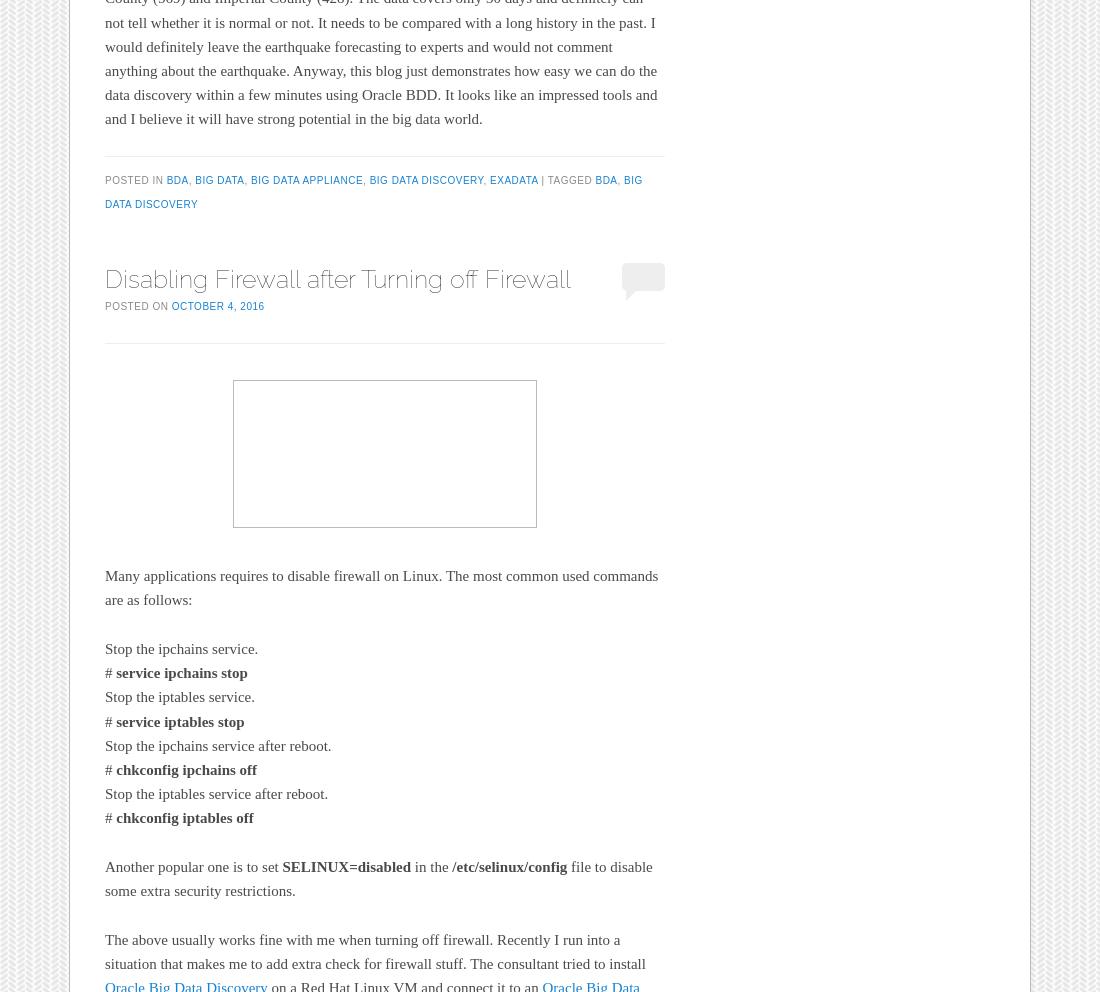 Image resolution: width=1100 pixels, height=992 pixels. Describe the element at coordinates (378, 879) in the screenshot. I see `'file to disable some extra security restrictions.'` at that location.